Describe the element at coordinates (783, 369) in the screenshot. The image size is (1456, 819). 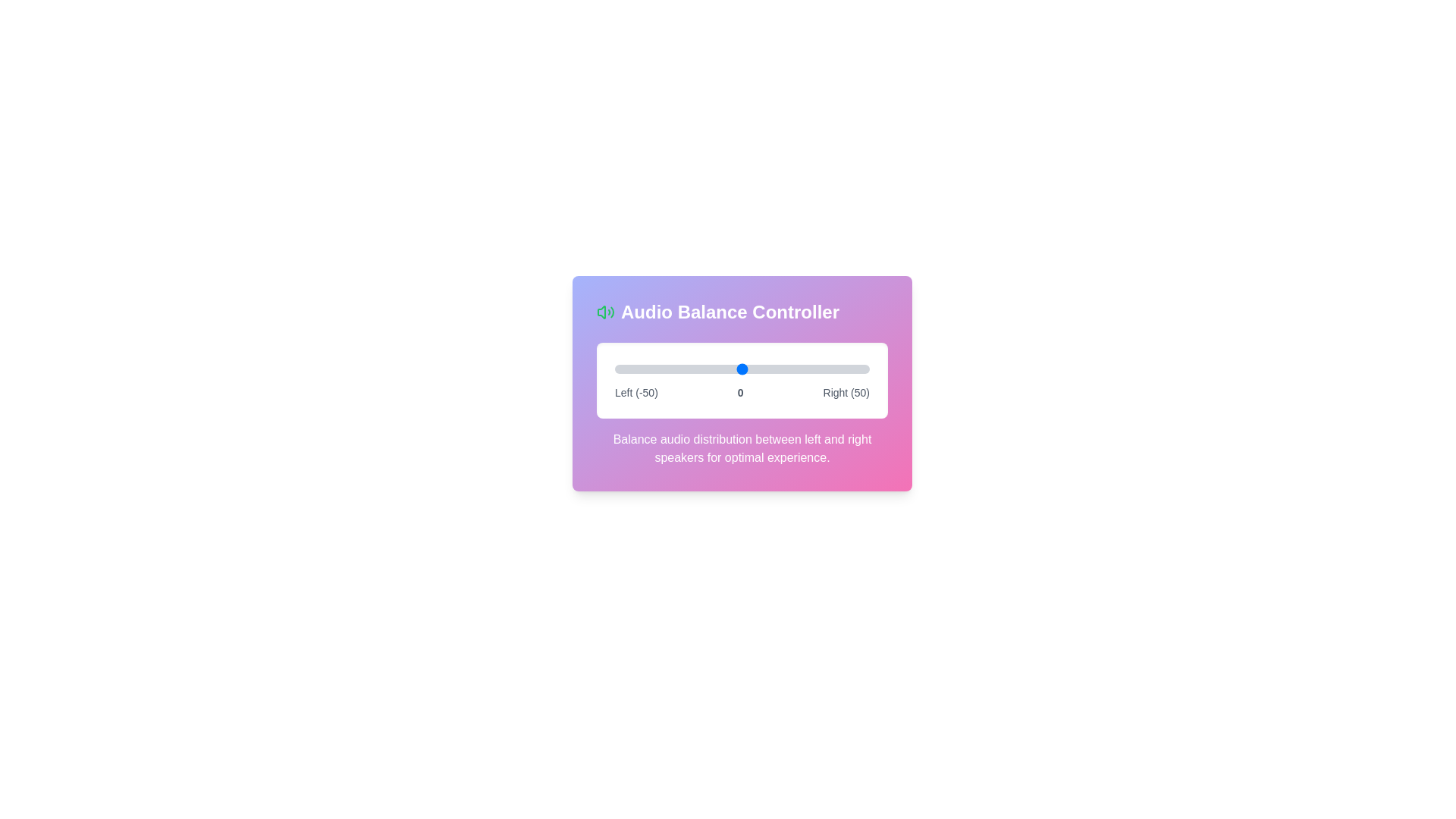
I see `the balance slider to set the audio balance to 16` at that location.